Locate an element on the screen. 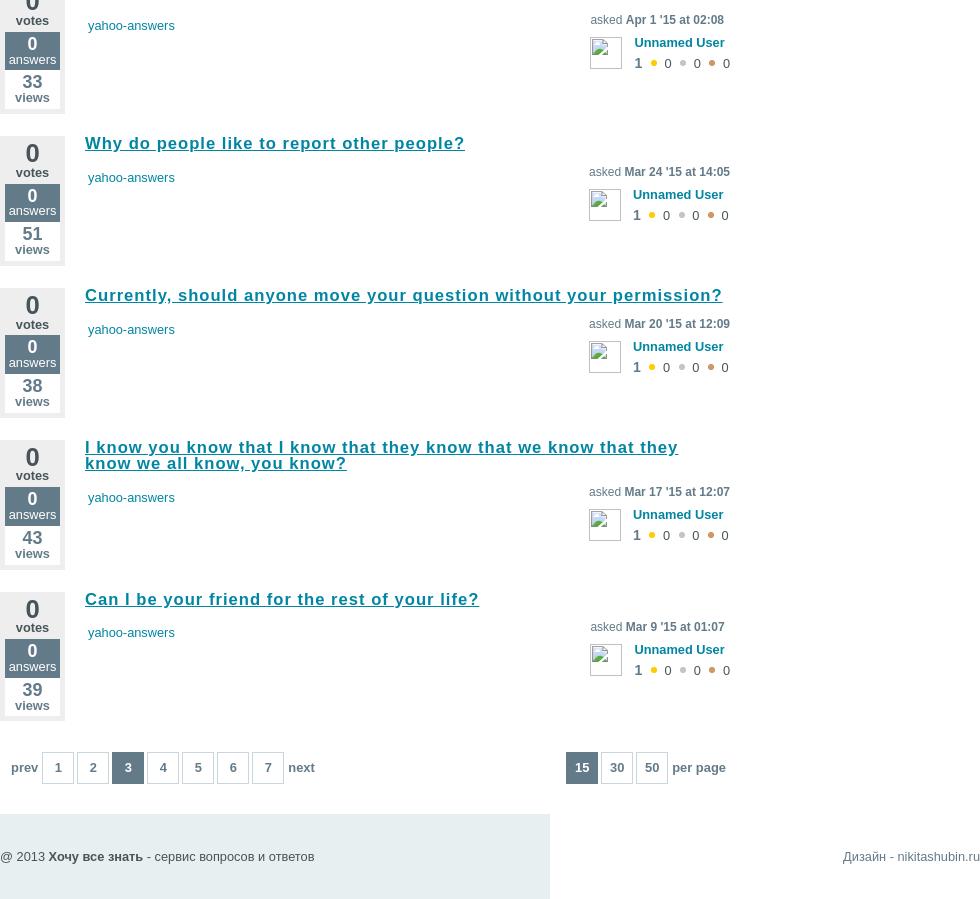 The height and width of the screenshot is (899, 980). '39' is located at coordinates (32, 687).